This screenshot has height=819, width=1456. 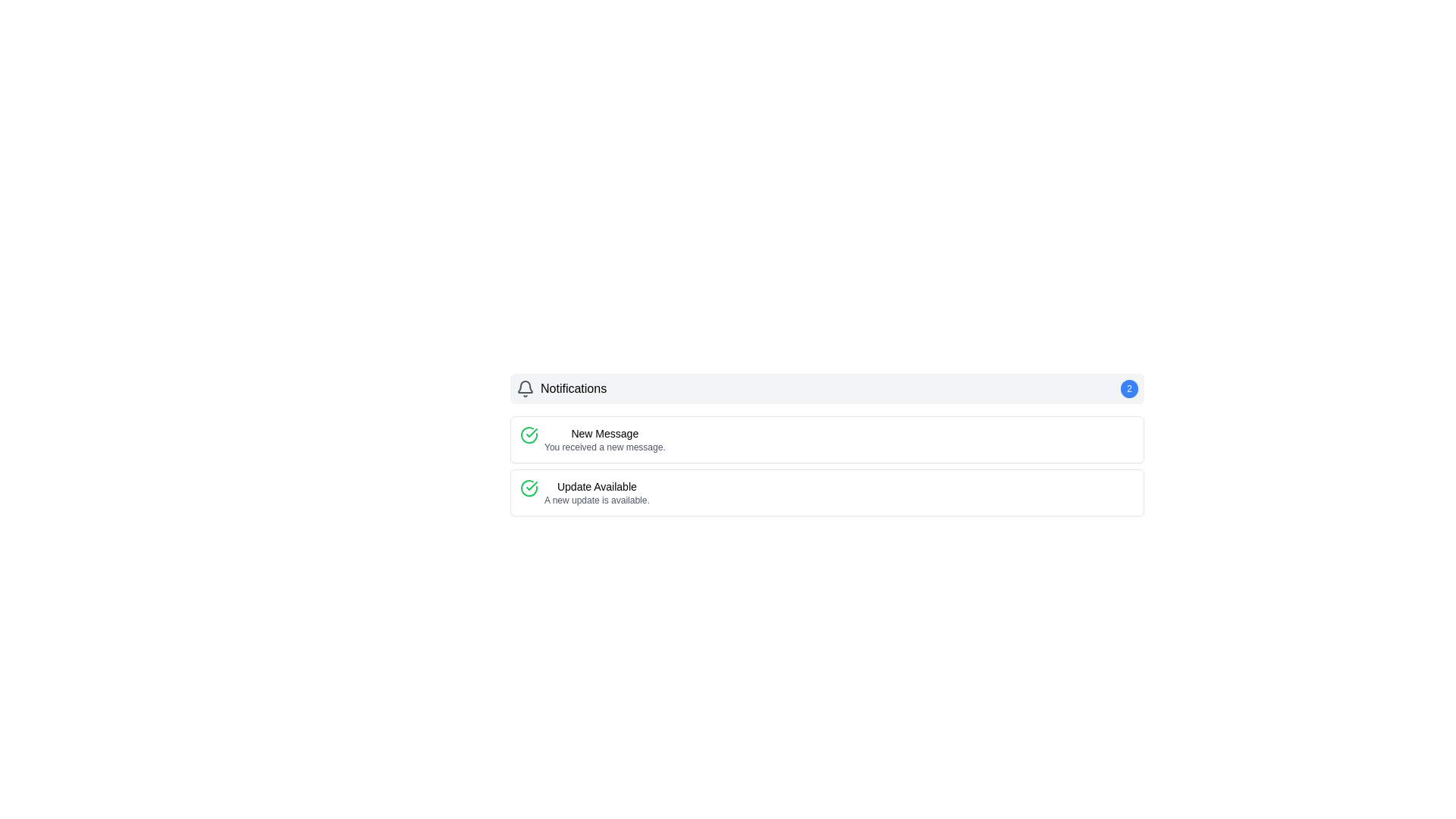 I want to click on the informational text label located directly below the 'Update Available' text in the second listing of the notification panel, so click(x=596, y=500).